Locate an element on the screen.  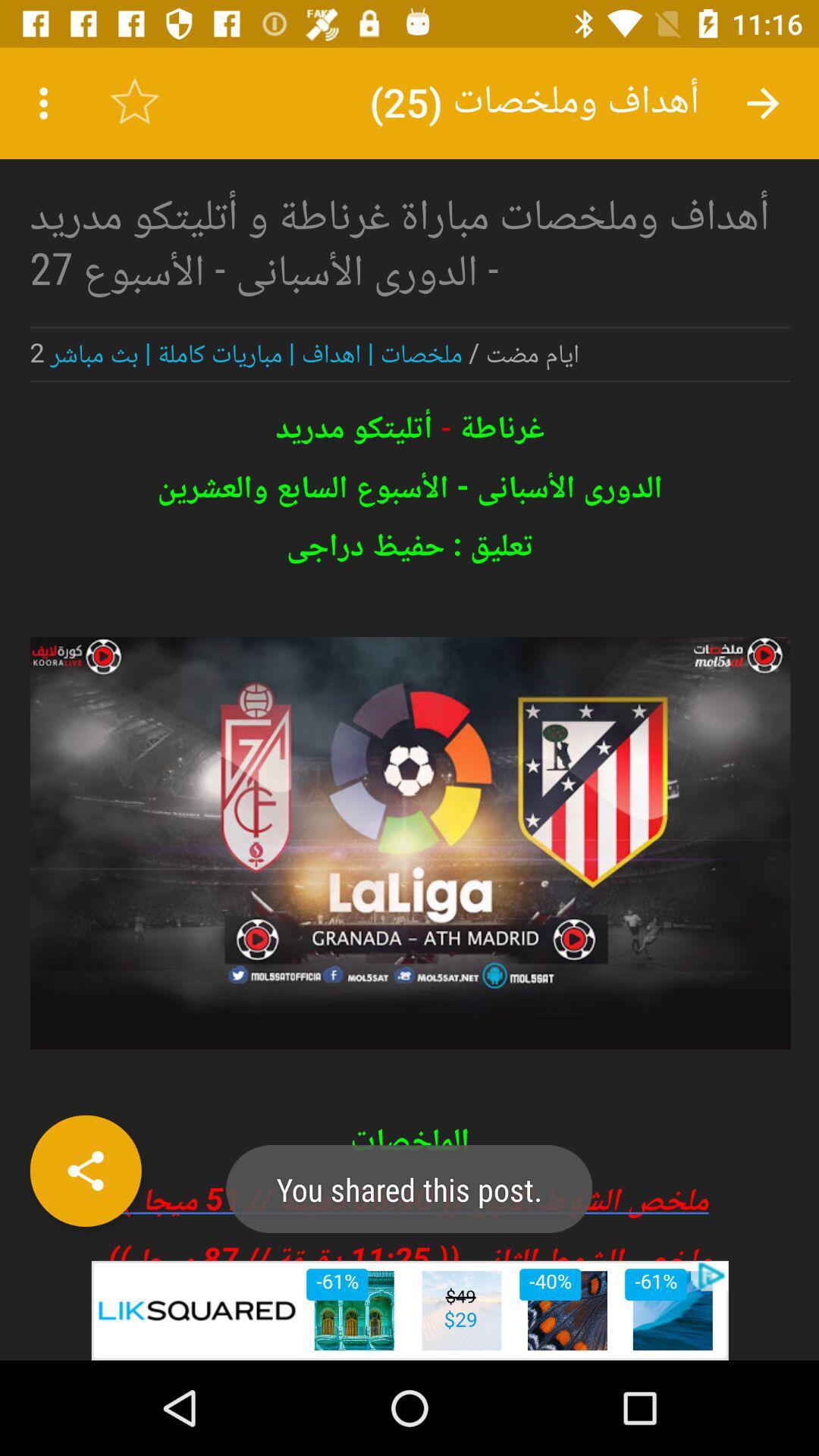
display screen is located at coordinates (409, 654).